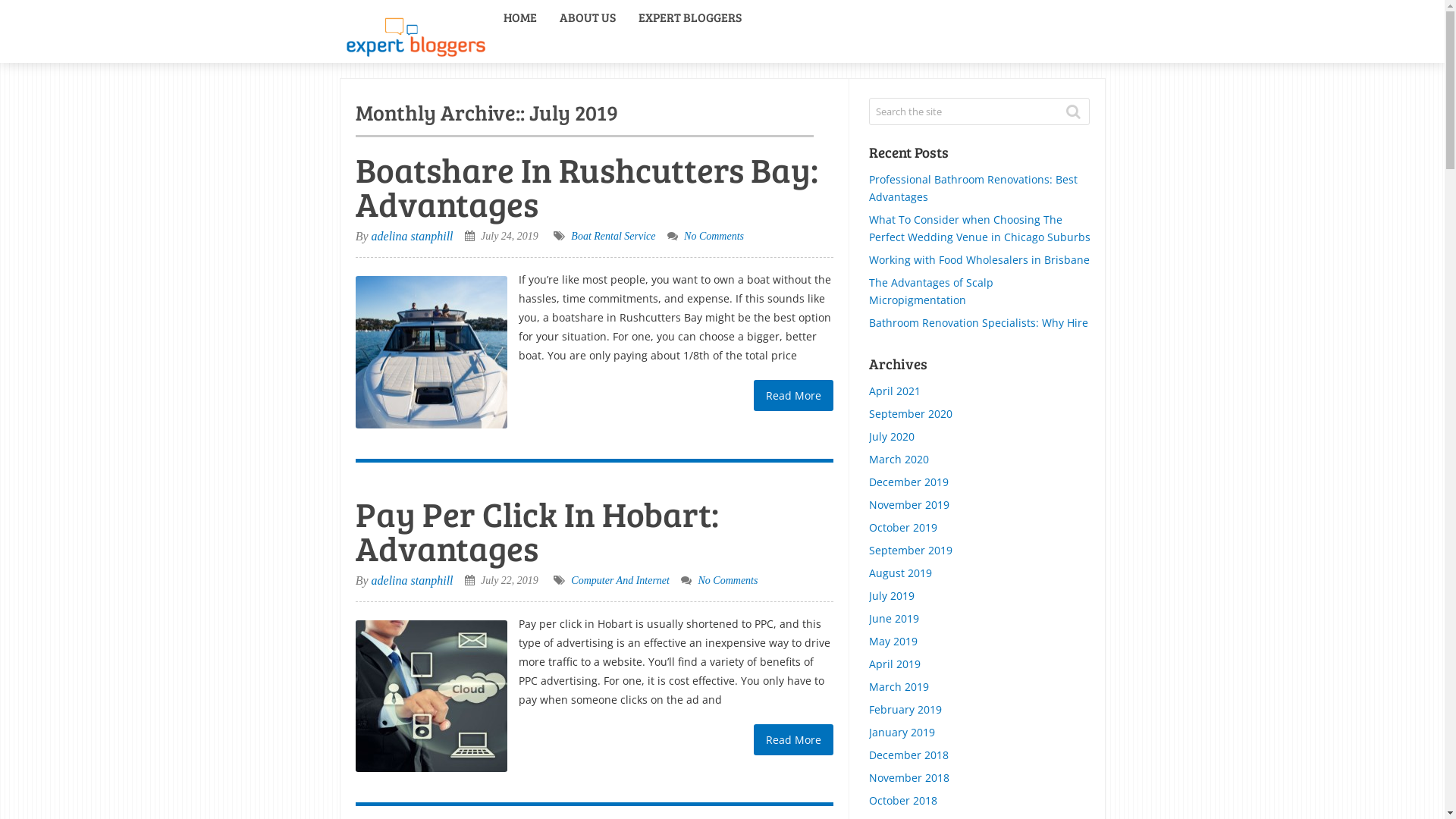 The width and height of the screenshot is (1456, 819). Describe the element at coordinates (899, 686) in the screenshot. I see `'March 2019'` at that location.